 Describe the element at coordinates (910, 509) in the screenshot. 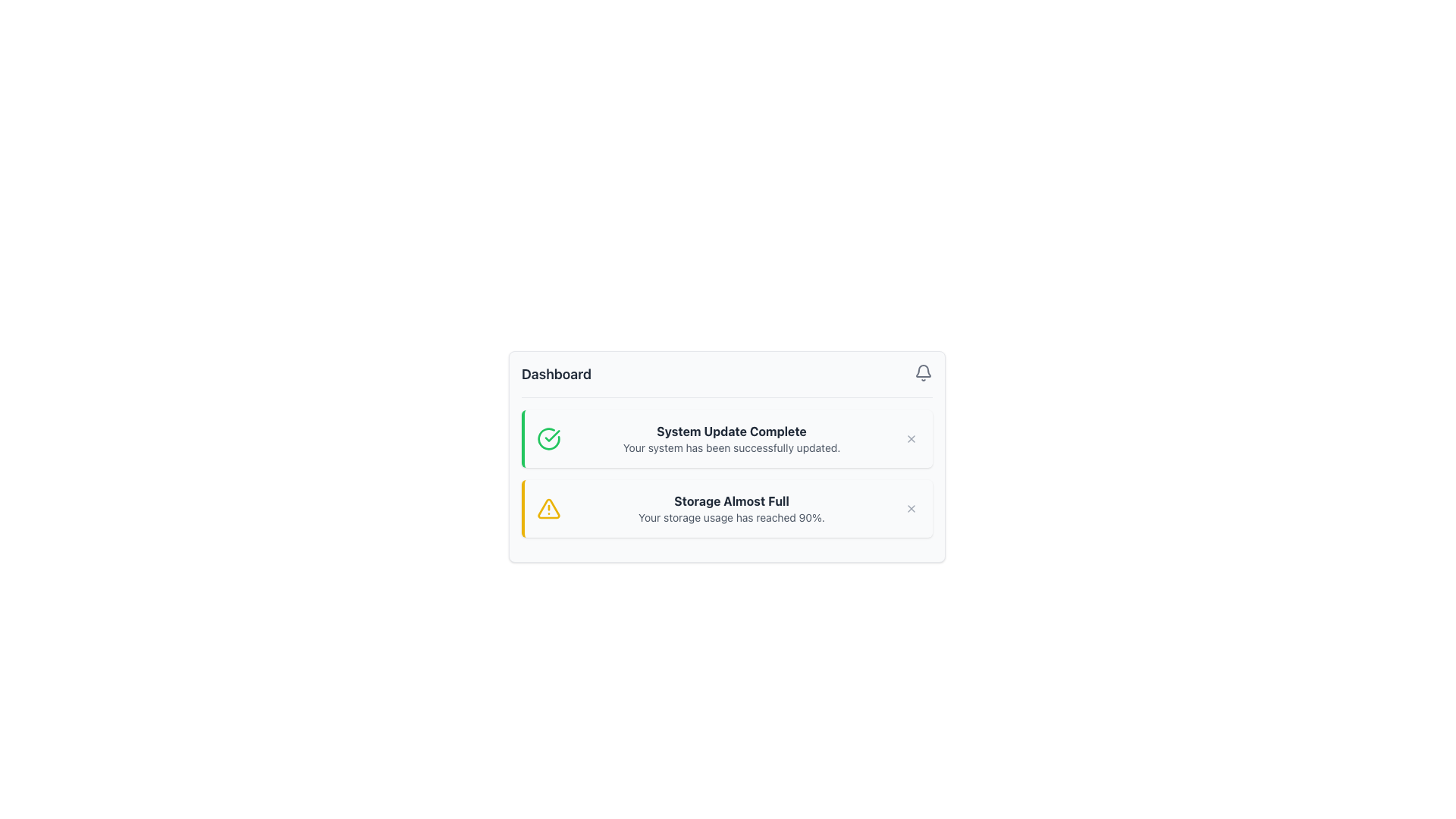

I see `the Close Button Icon located at the right end of the second notification labeled 'Storage Almost Full'` at that location.